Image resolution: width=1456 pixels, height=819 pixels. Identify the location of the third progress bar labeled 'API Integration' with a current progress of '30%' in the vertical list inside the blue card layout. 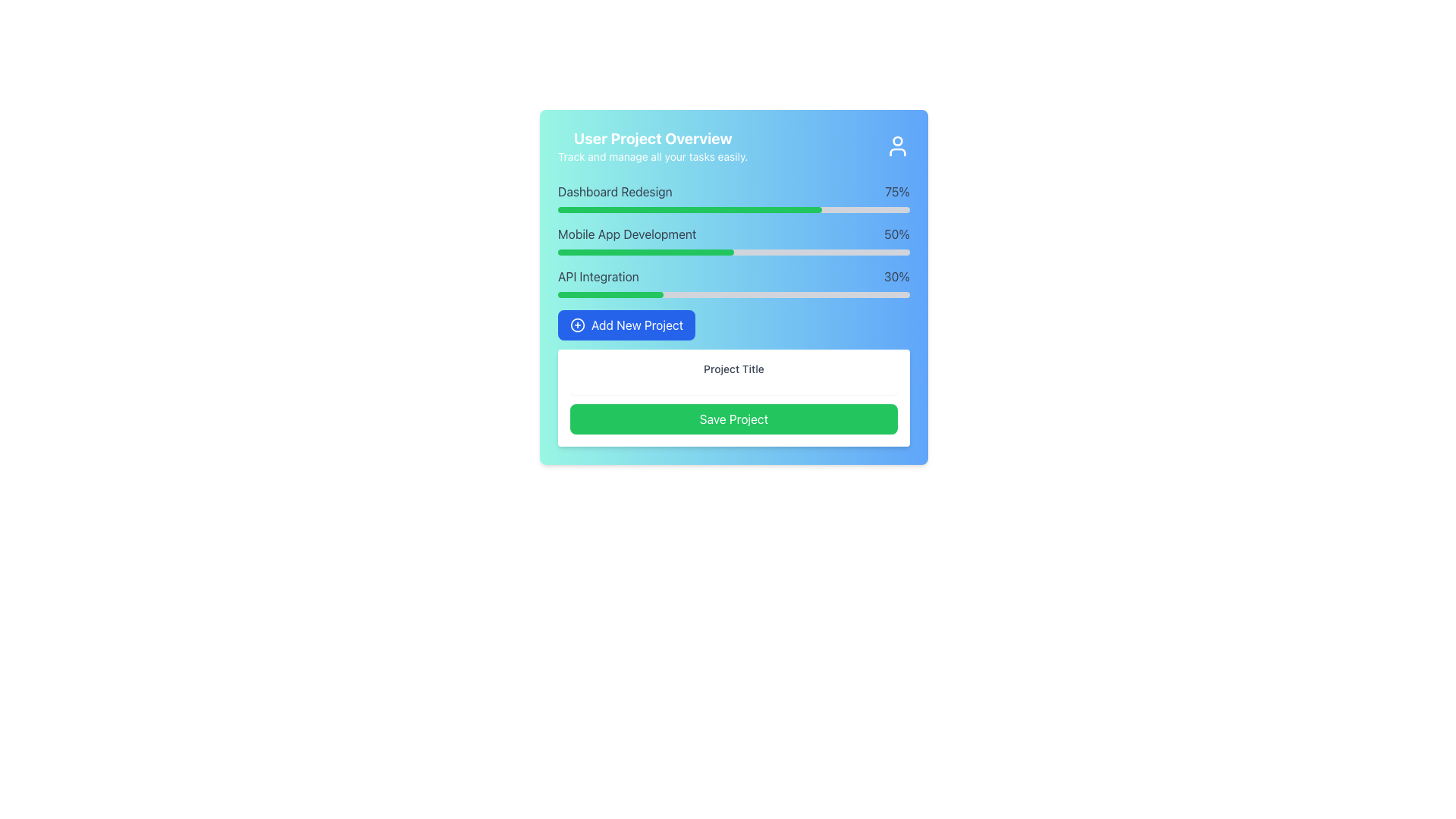
(734, 283).